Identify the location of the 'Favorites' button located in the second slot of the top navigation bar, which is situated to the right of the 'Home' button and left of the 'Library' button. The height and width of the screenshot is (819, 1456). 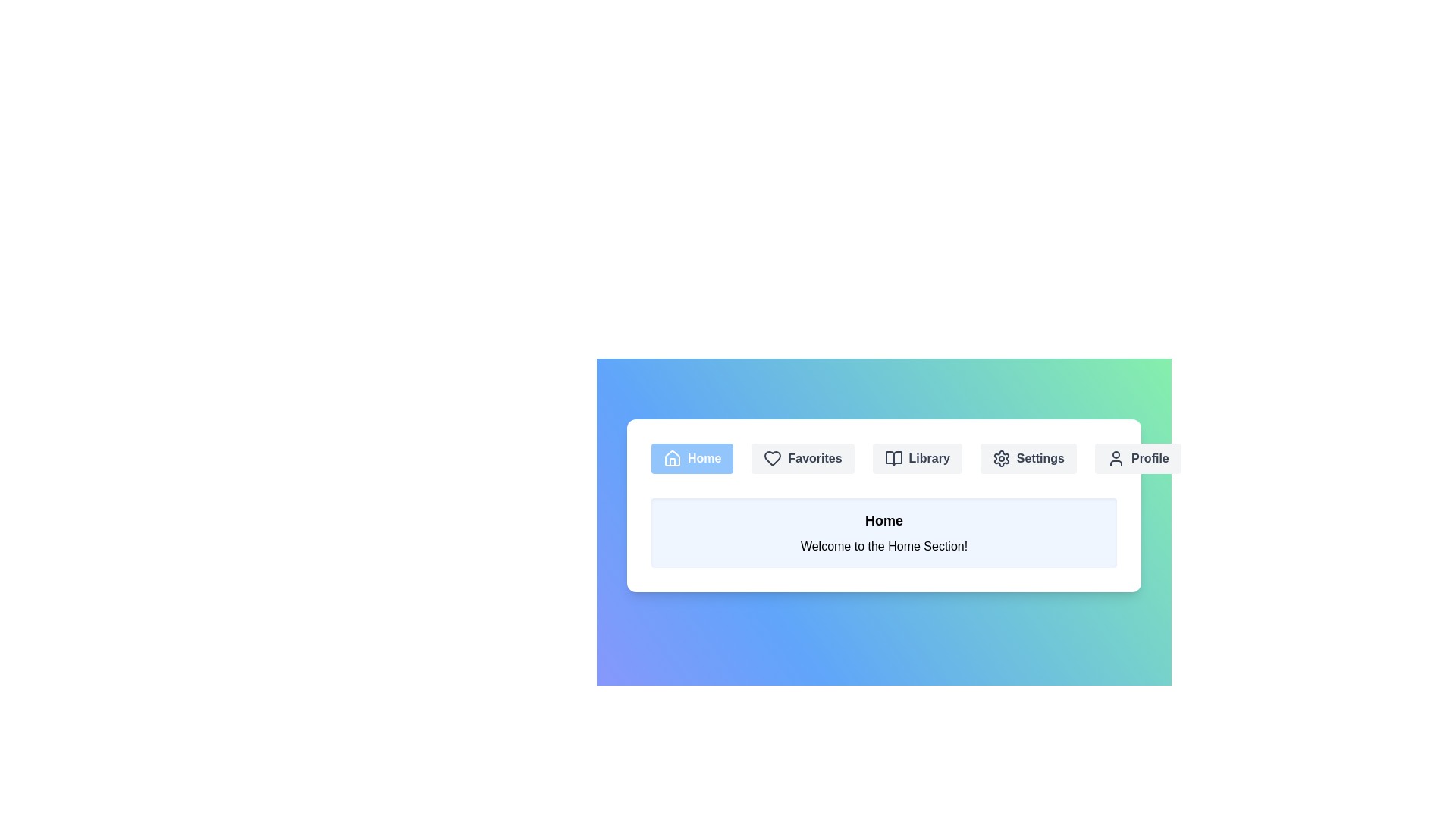
(802, 458).